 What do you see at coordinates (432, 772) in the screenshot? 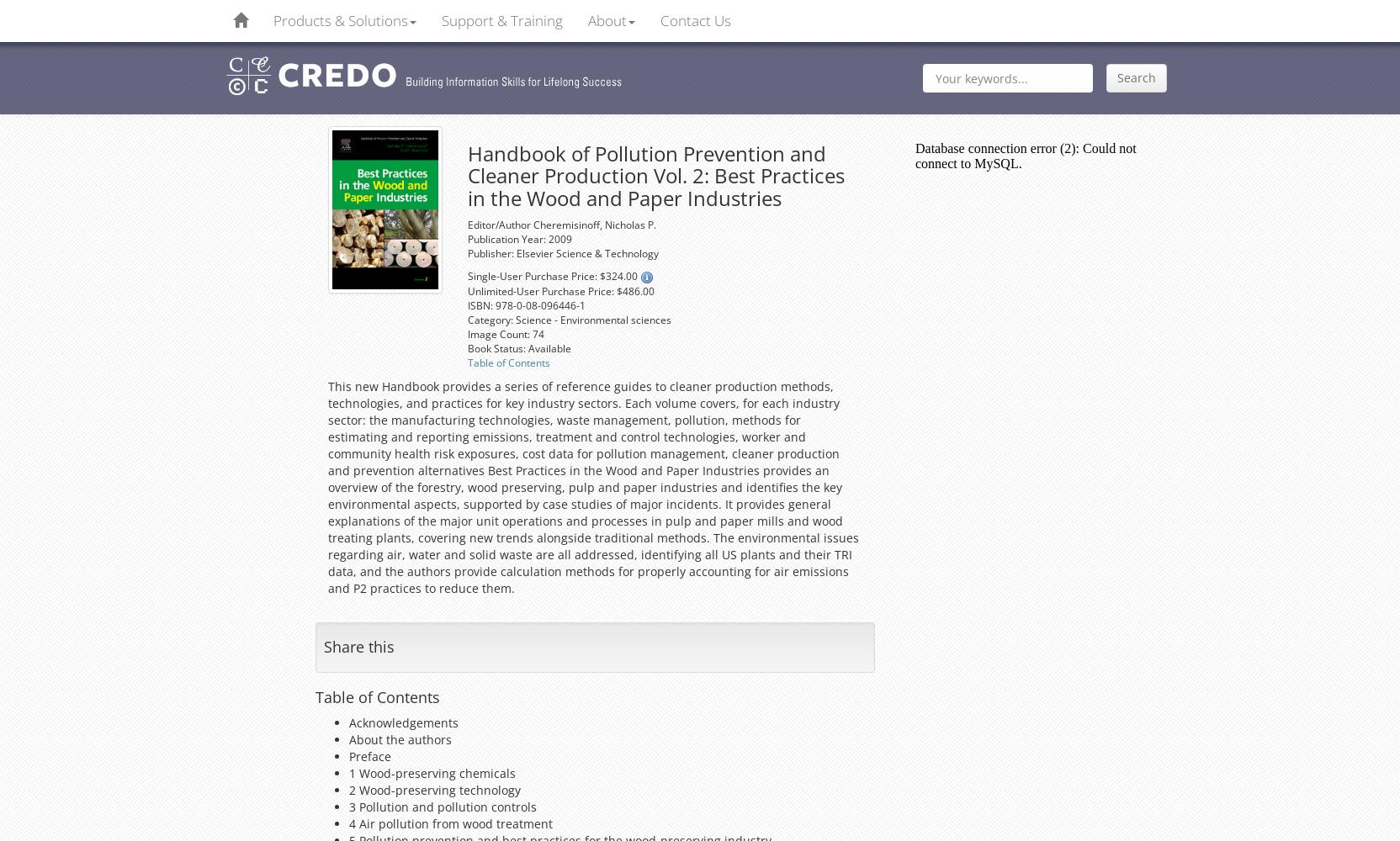
I see `'1 Wood-preserving chemicals'` at bounding box center [432, 772].